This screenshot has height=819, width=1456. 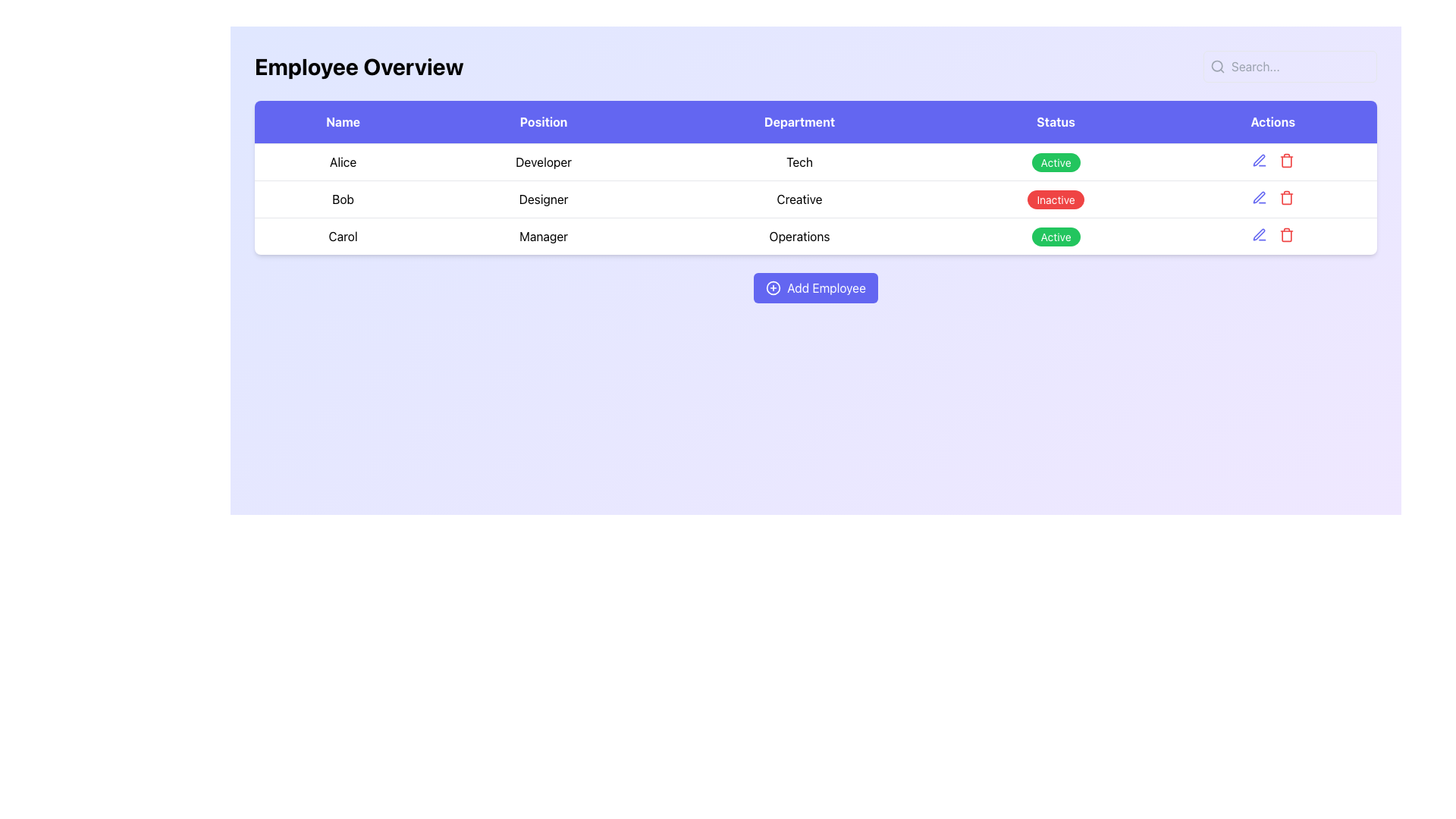 What do you see at coordinates (1272, 161) in the screenshot?
I see `the edit icon in the 'Actions' column of the first row of the table associated with 'Alice'` at bounding box center [1272, 161].